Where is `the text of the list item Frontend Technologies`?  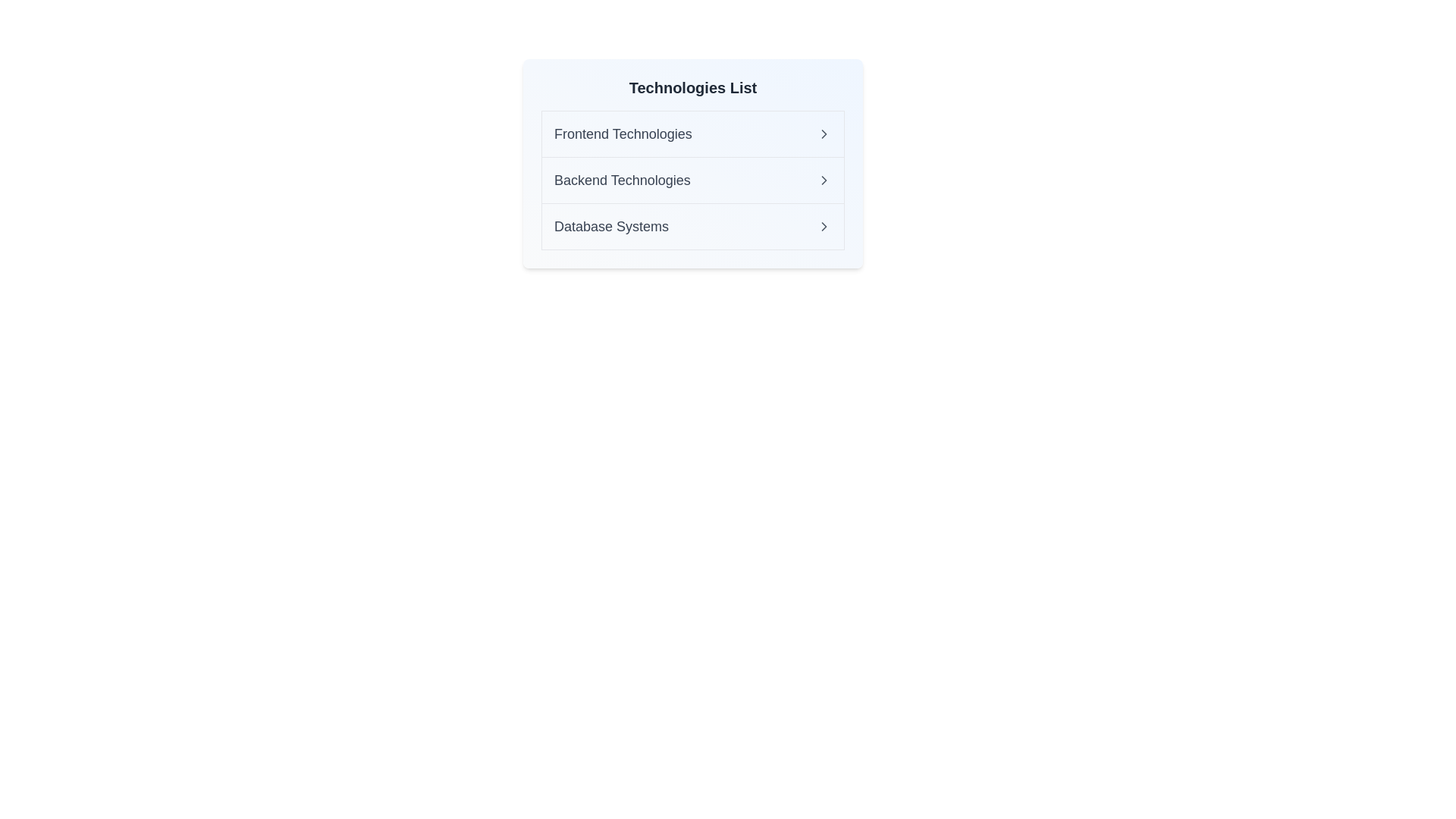
the text of the list item Frontend Technologies is located at coordinates (622, 133).